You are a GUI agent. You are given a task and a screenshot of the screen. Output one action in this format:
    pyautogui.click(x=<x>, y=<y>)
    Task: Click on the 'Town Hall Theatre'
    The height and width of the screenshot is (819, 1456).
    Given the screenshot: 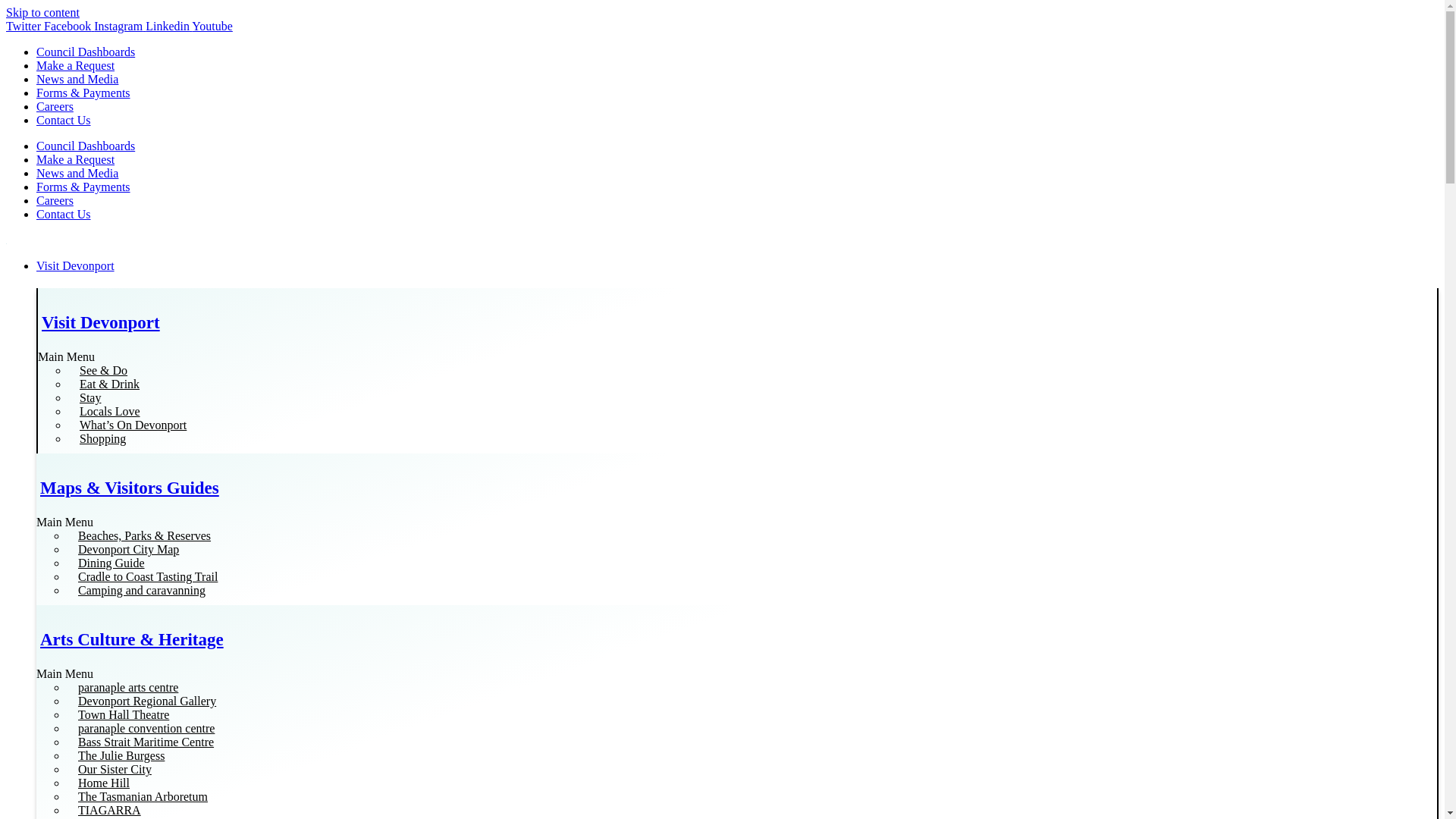 What is the action you would take?
    pyautogui.click(x=124, y=714)
    